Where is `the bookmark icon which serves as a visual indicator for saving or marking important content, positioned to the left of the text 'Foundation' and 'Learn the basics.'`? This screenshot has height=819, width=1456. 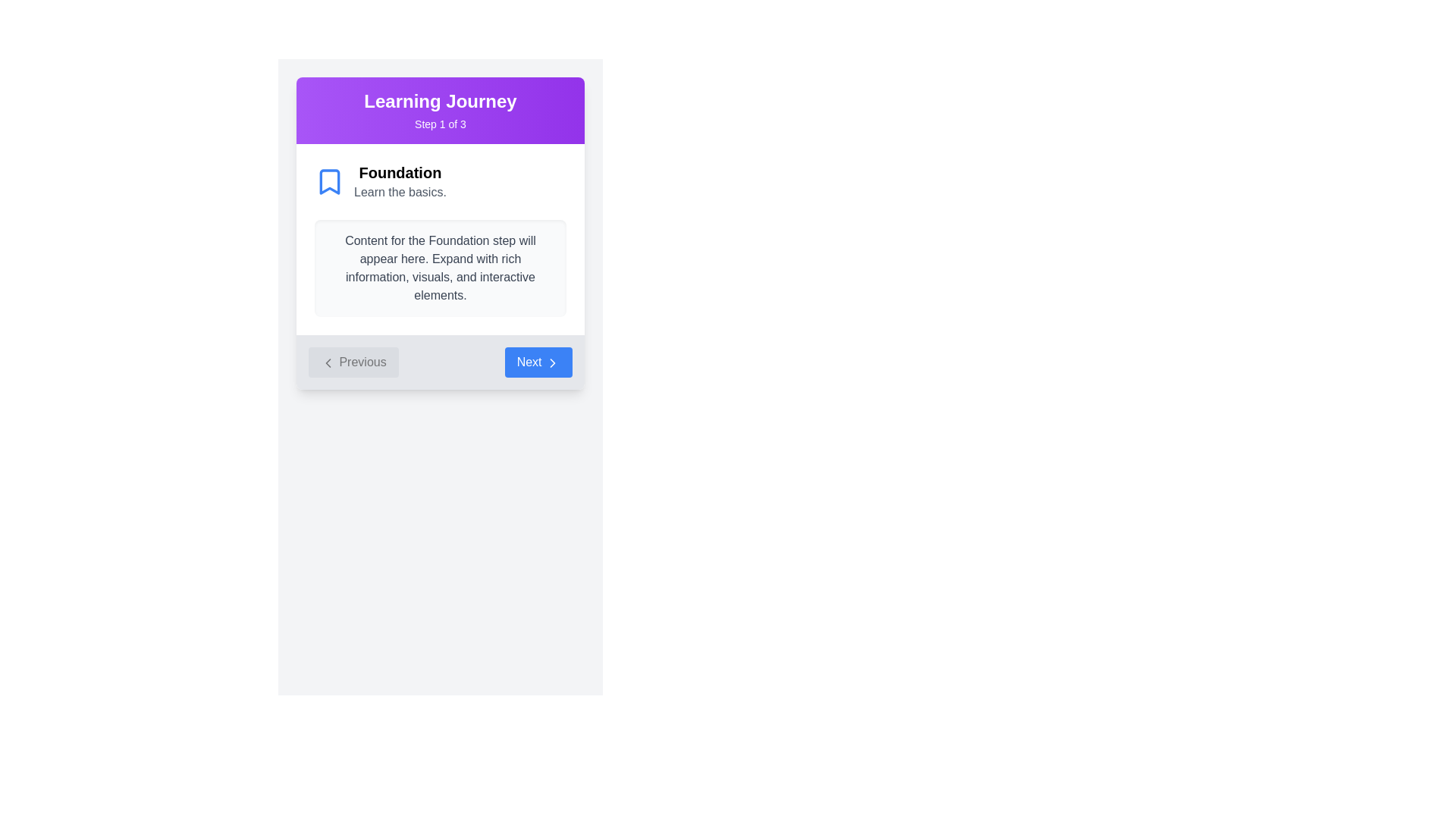
the bookmark icon which serves as a visual indicator for saving or marking important content, positioned to the left of the text 'Foundation' and 'Learn the basics.' is located at coordinates (329, 180).